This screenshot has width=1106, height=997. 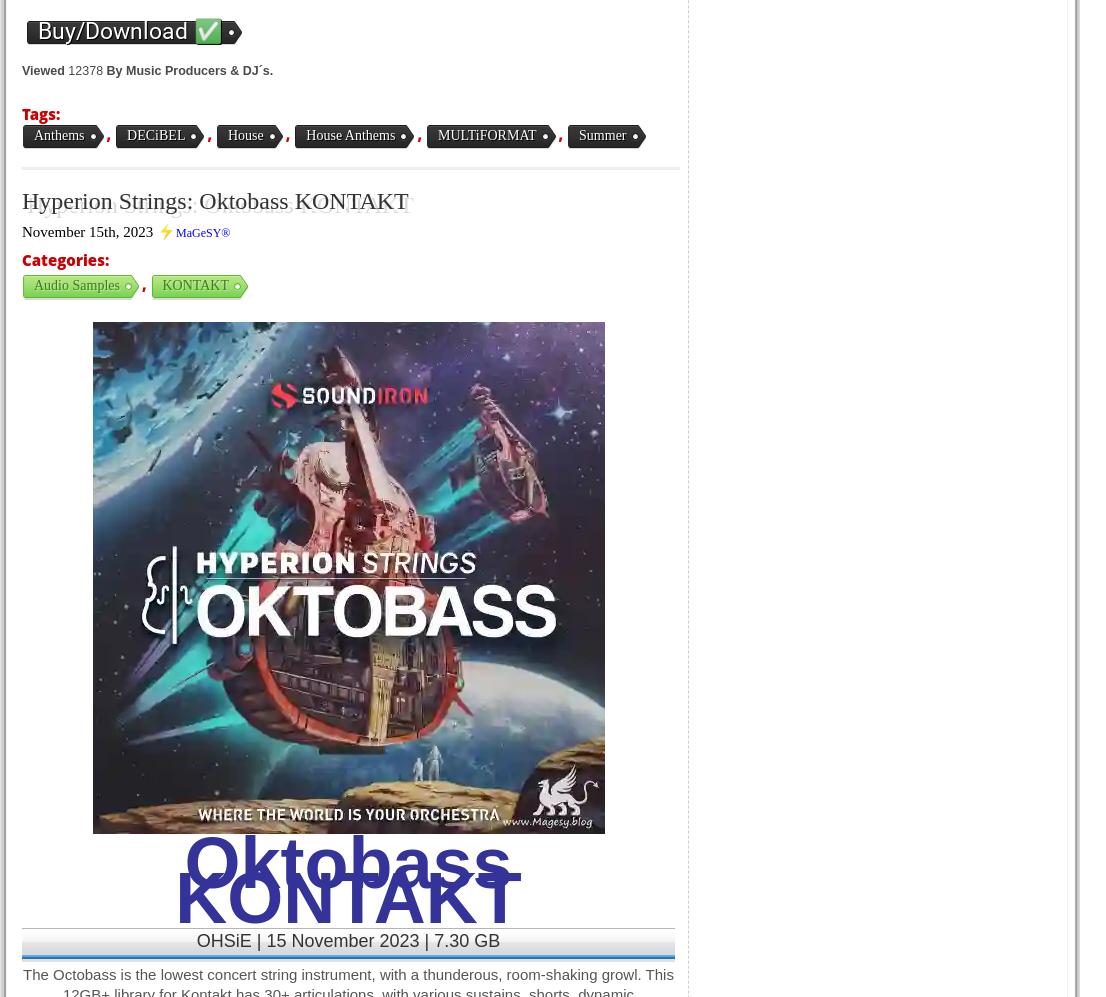 I want to click on 'November 15th, 2023 ⚡', so click(x=98, y=231).